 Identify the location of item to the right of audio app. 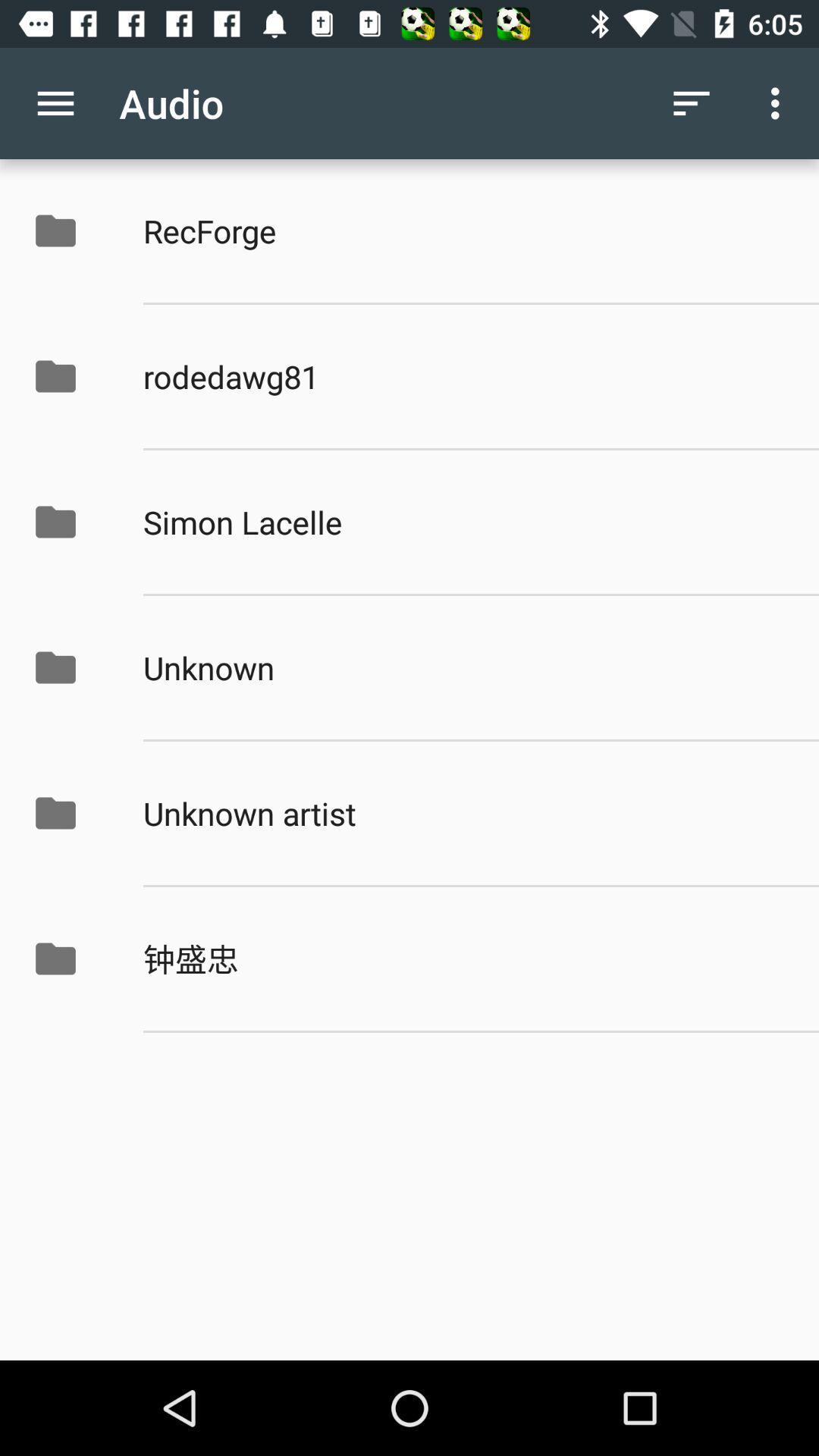
(691, 102).